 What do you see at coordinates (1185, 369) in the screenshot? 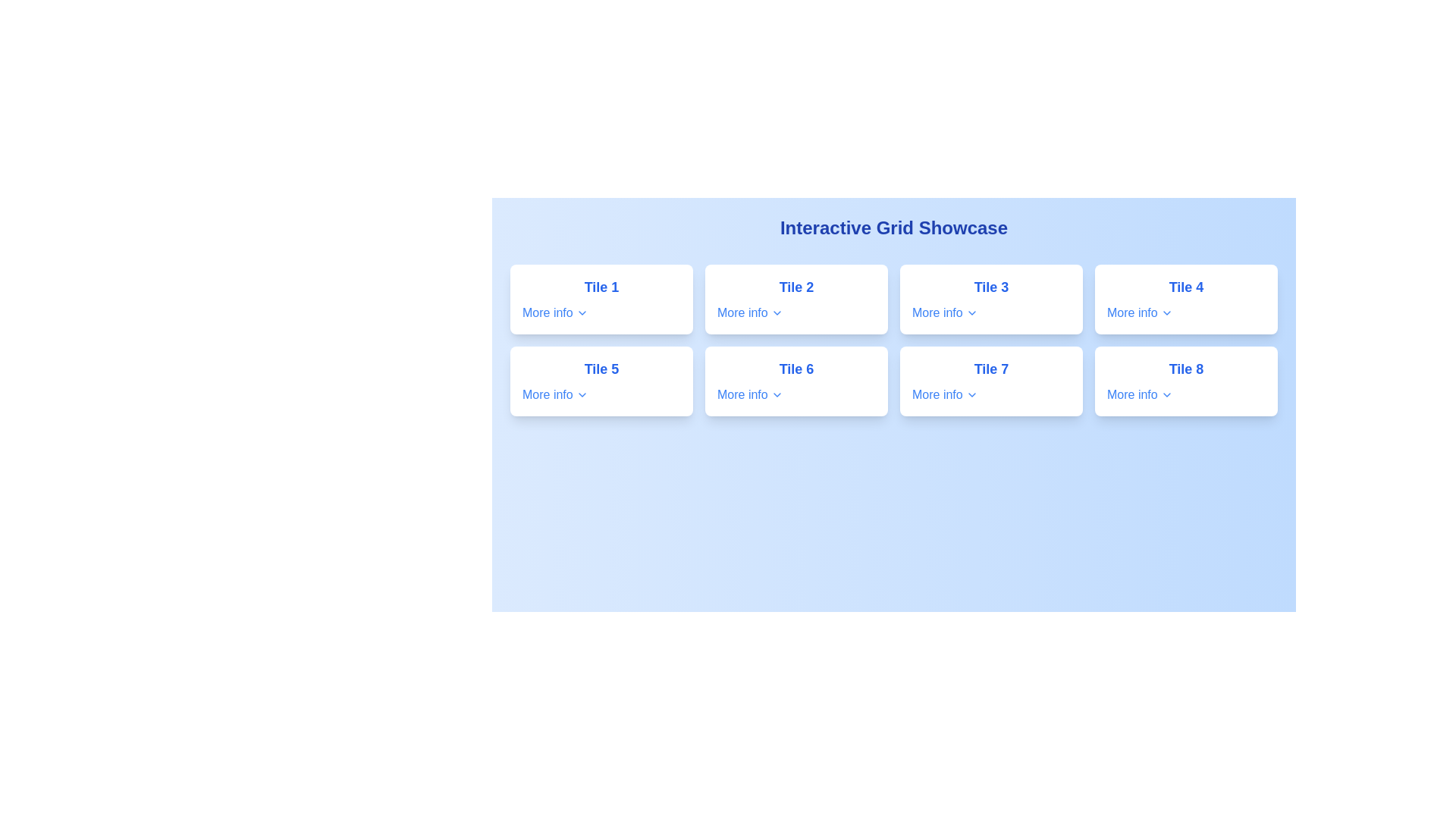
I see `the text label that serves as a title for the last tile in the bottom-right corner of the grid layout titled 'Interactive Grid Showcase'` at bounding box center [1185, 369].